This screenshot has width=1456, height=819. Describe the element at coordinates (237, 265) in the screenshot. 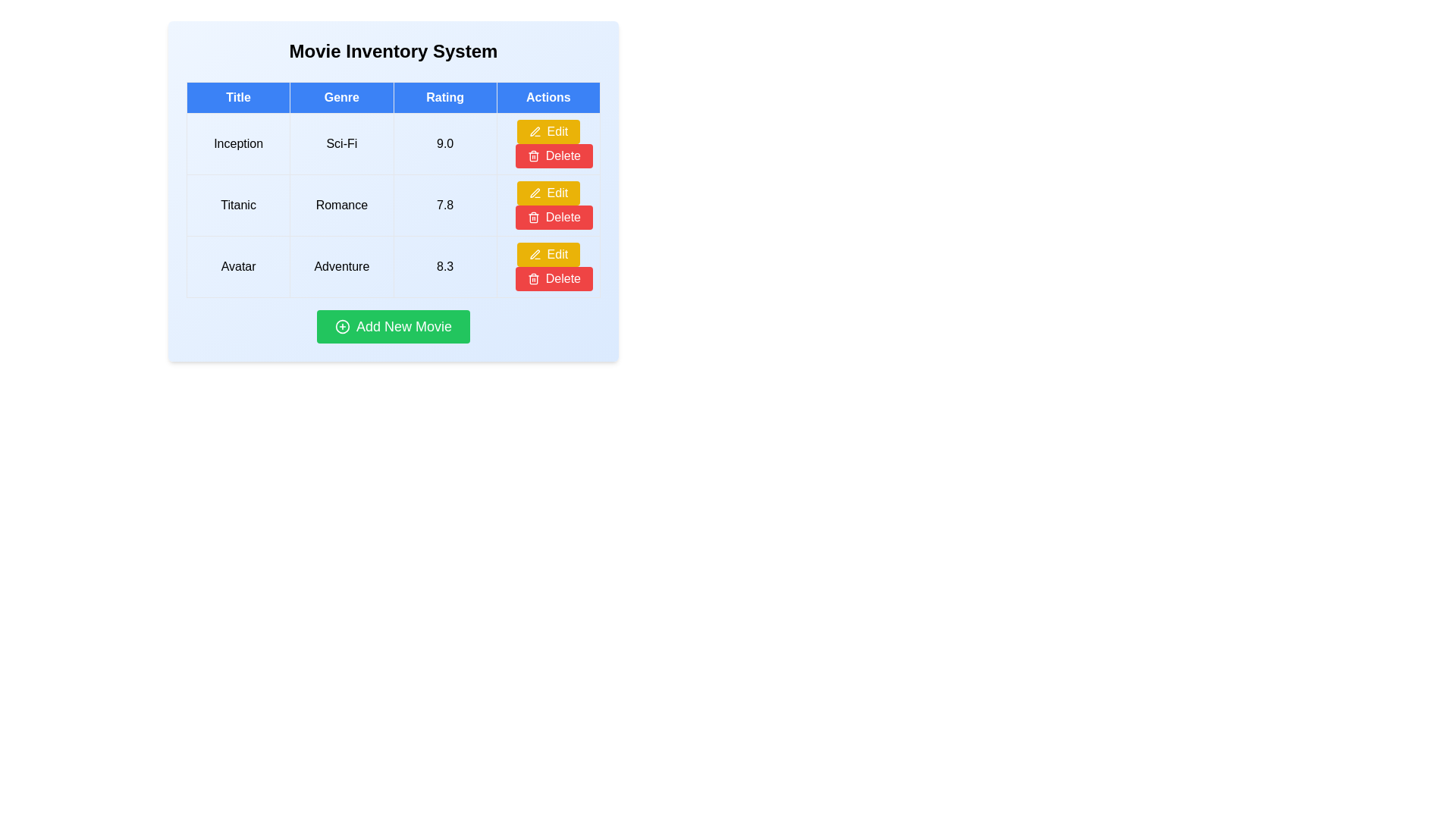

I see `the text field labeled 'Avatar', which is centered in its bounding box and located in the first column of the third row under the 'Title' header` at that location.